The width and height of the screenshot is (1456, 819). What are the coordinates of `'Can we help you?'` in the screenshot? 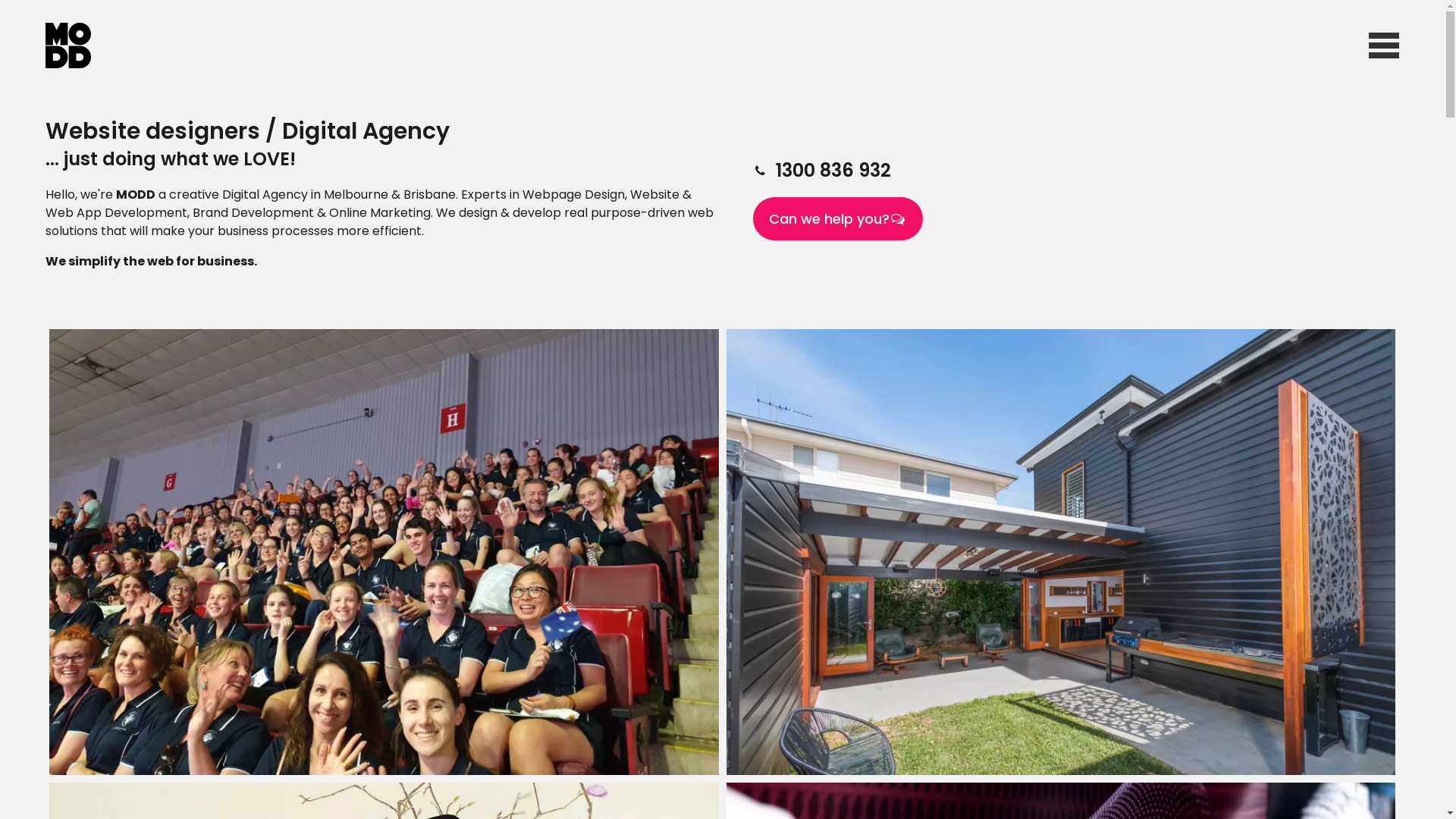 It's located at (836, 218).